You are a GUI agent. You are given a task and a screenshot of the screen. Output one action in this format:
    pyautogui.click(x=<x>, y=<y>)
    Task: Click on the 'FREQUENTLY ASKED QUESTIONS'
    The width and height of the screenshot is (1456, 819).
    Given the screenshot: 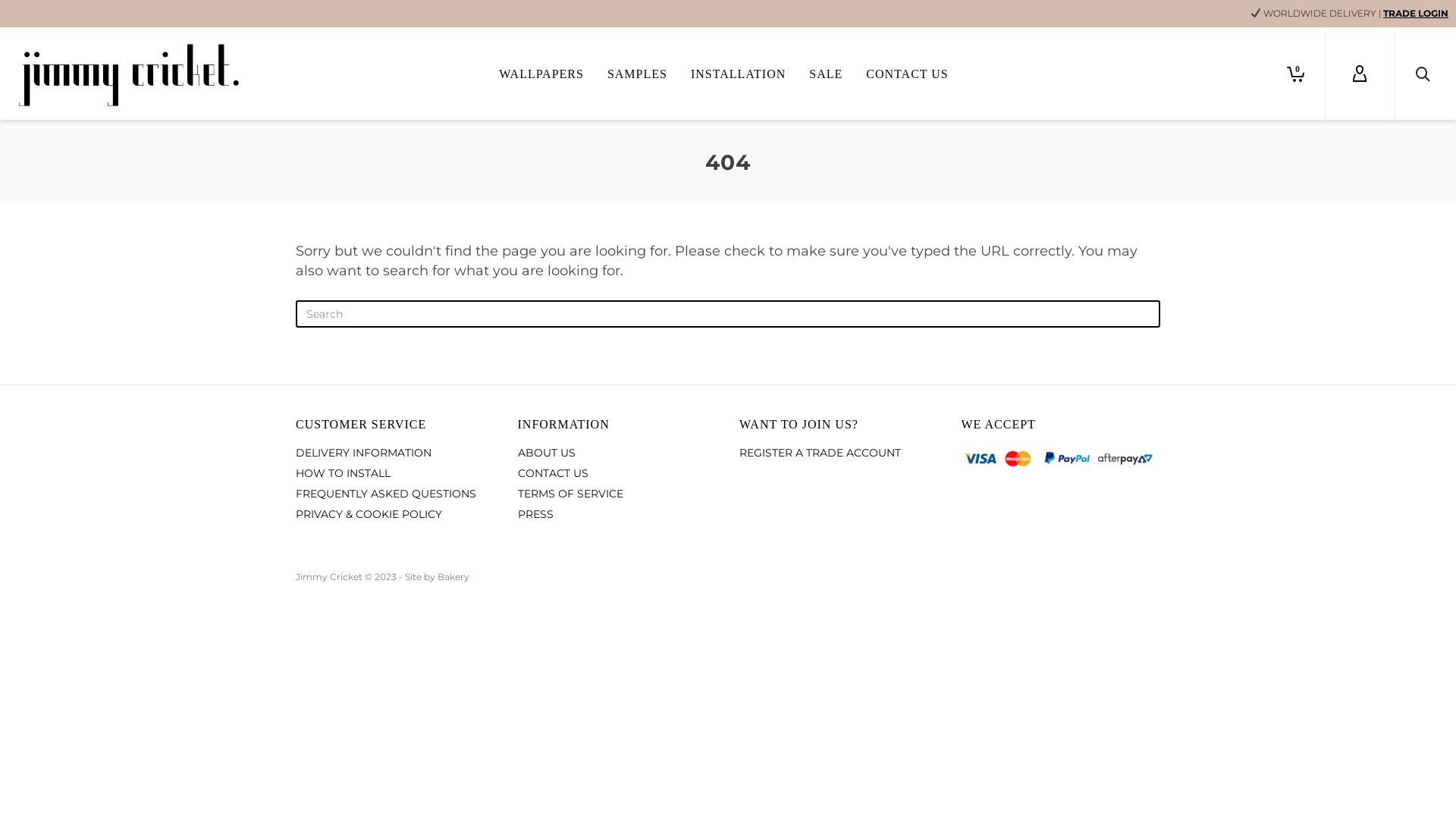 What is the action you would take?
    pyautogui.click(x=295, y=494)
    